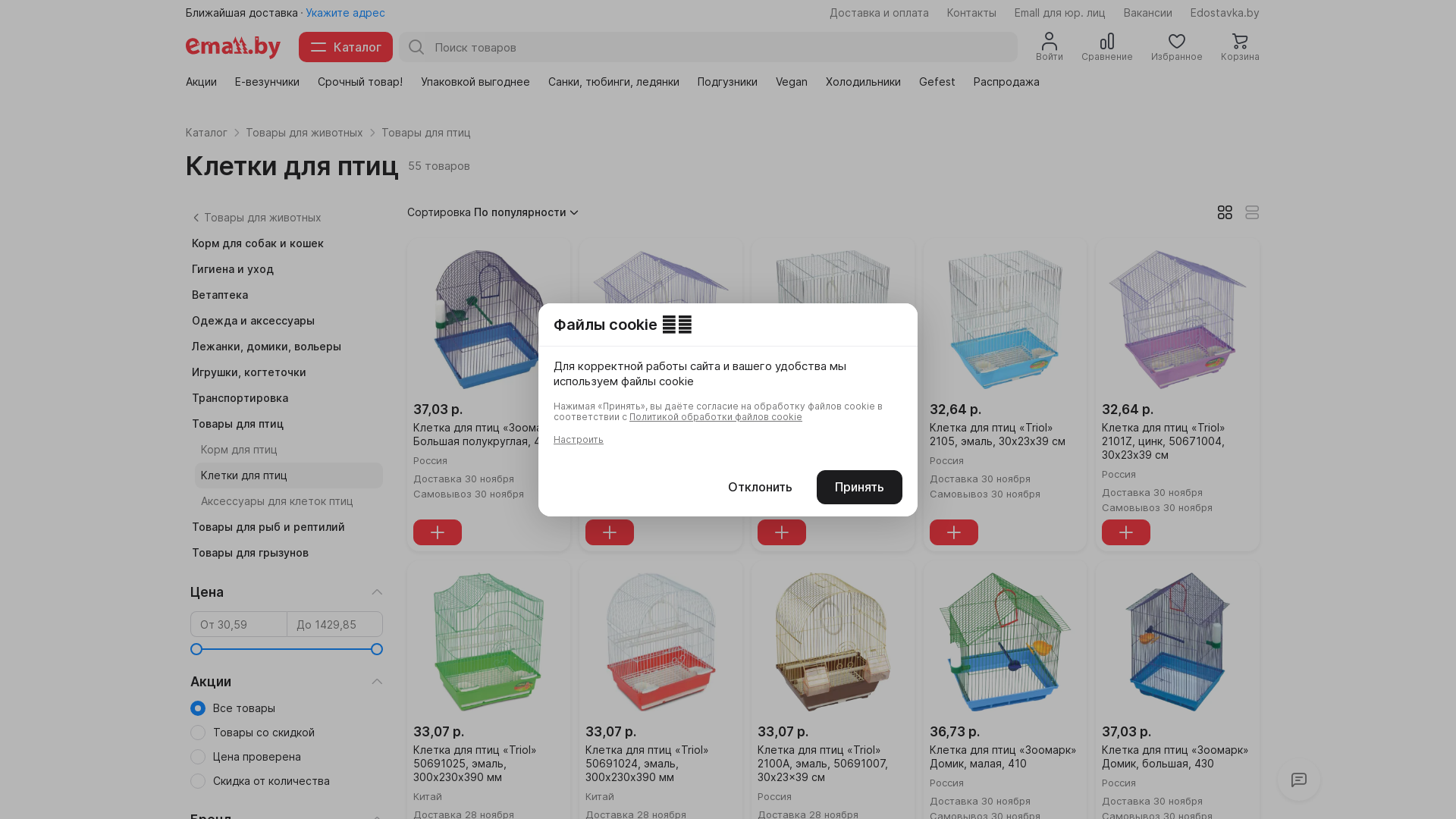  I want to click on 'Edostavka.by', so click(1189, 12).